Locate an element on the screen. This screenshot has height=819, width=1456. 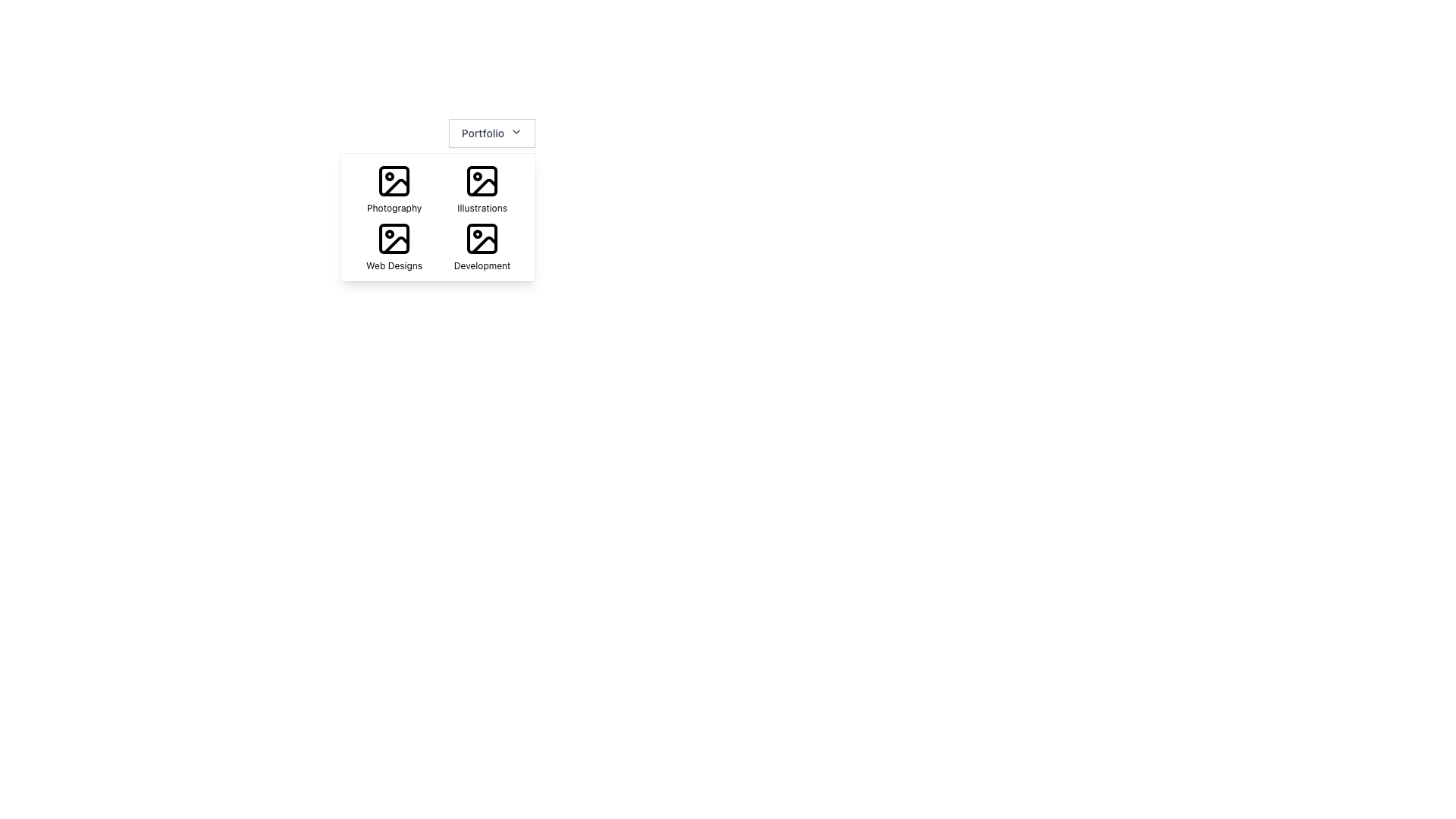
the 'Illustrations' Grid Option, which is represented by a square icon with a picture frame graphic and is located in the top-right section of the grid, below the 'Photography' option is located at coordinates (481, 188).